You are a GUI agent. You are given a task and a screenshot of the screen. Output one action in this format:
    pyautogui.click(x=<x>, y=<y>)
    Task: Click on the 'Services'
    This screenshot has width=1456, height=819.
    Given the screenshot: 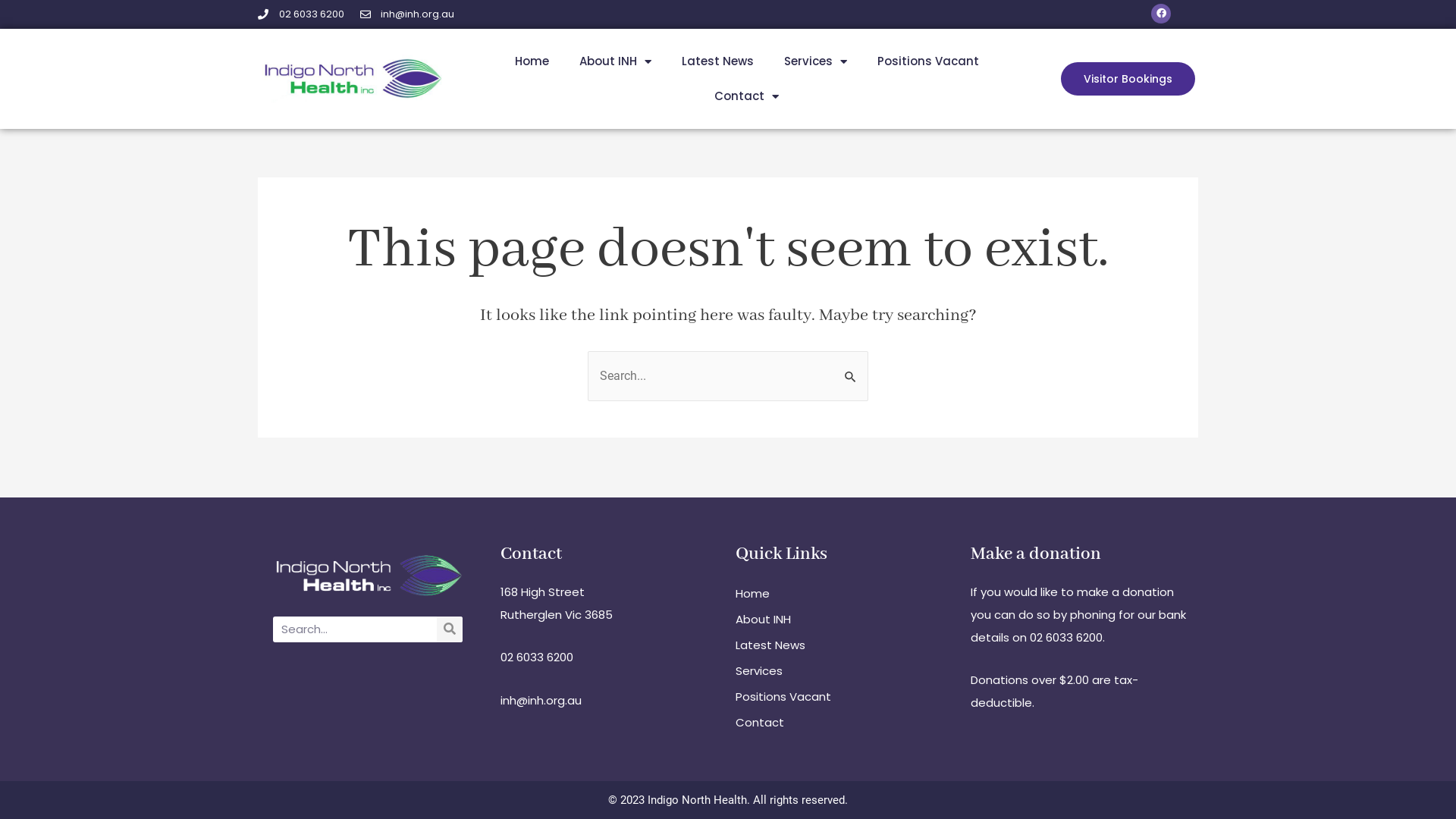 What is the action you would take?
    pyautogui.click(x=814, y=61)
    